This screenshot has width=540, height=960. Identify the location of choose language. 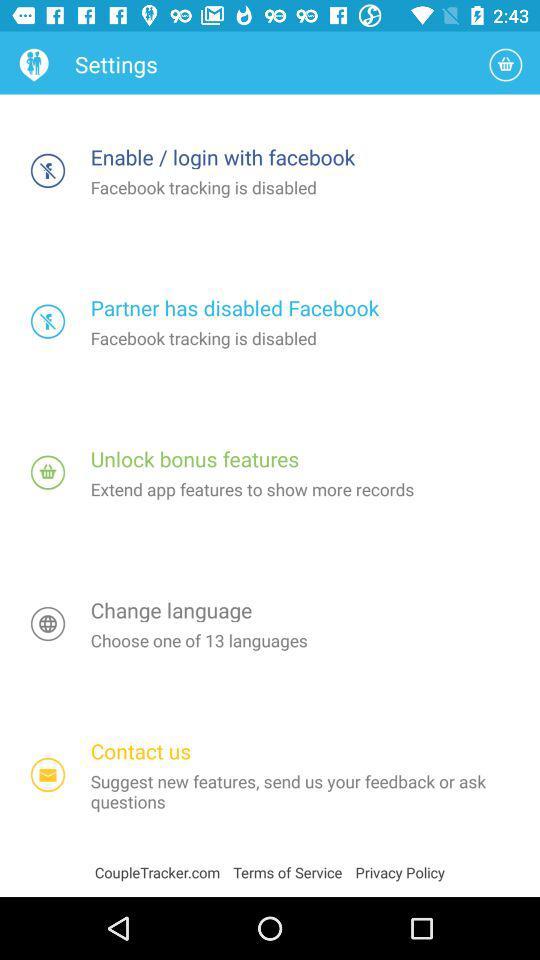
(48, 623).